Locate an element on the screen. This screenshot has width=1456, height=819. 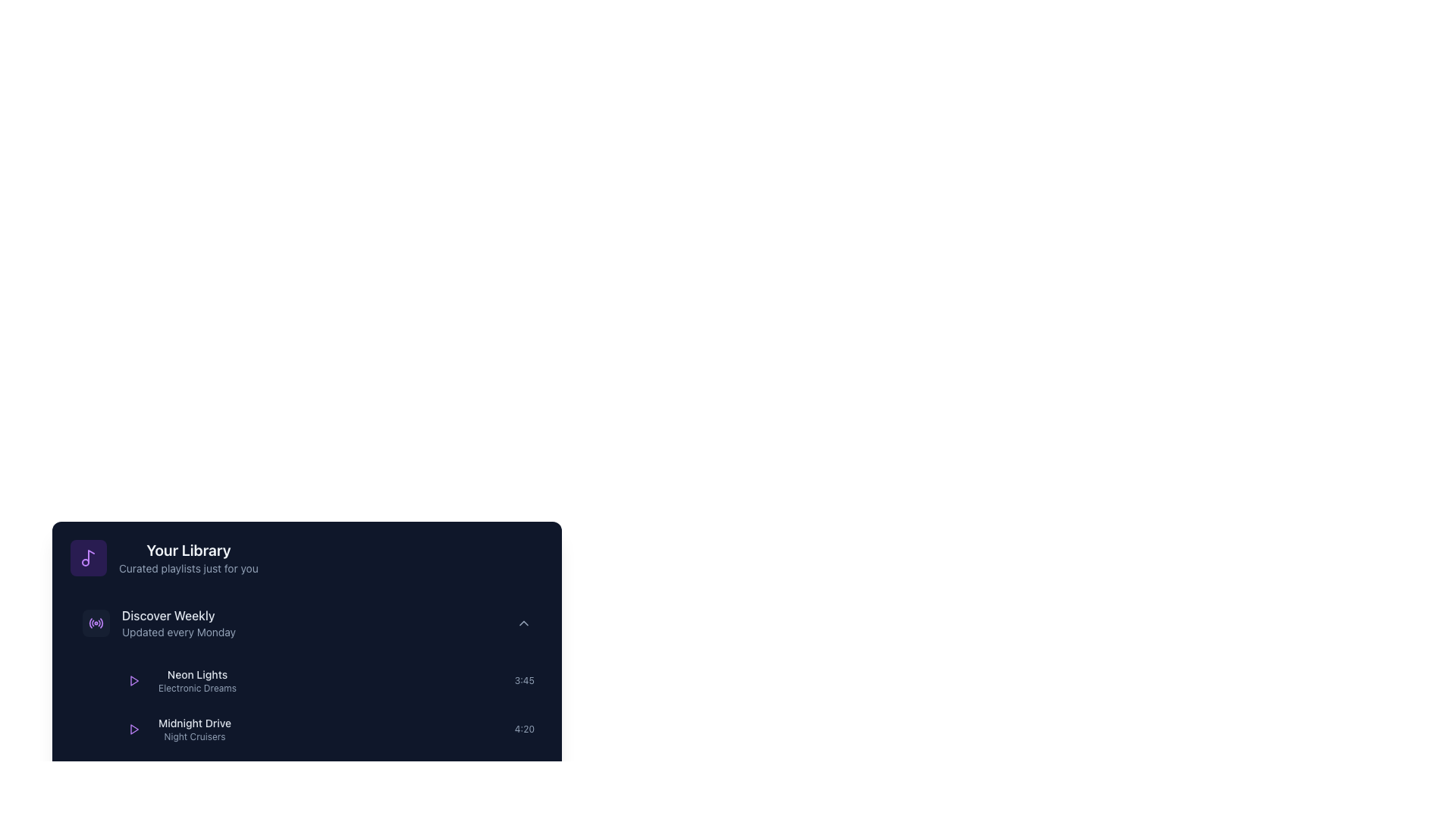
the text label that serves as the title for a music track or playlist, located in the second playlist item from 'Discover Weekly' under 'Your Library', positioned above another text label and to the right of a play icon is located at coordinates (194, 722).